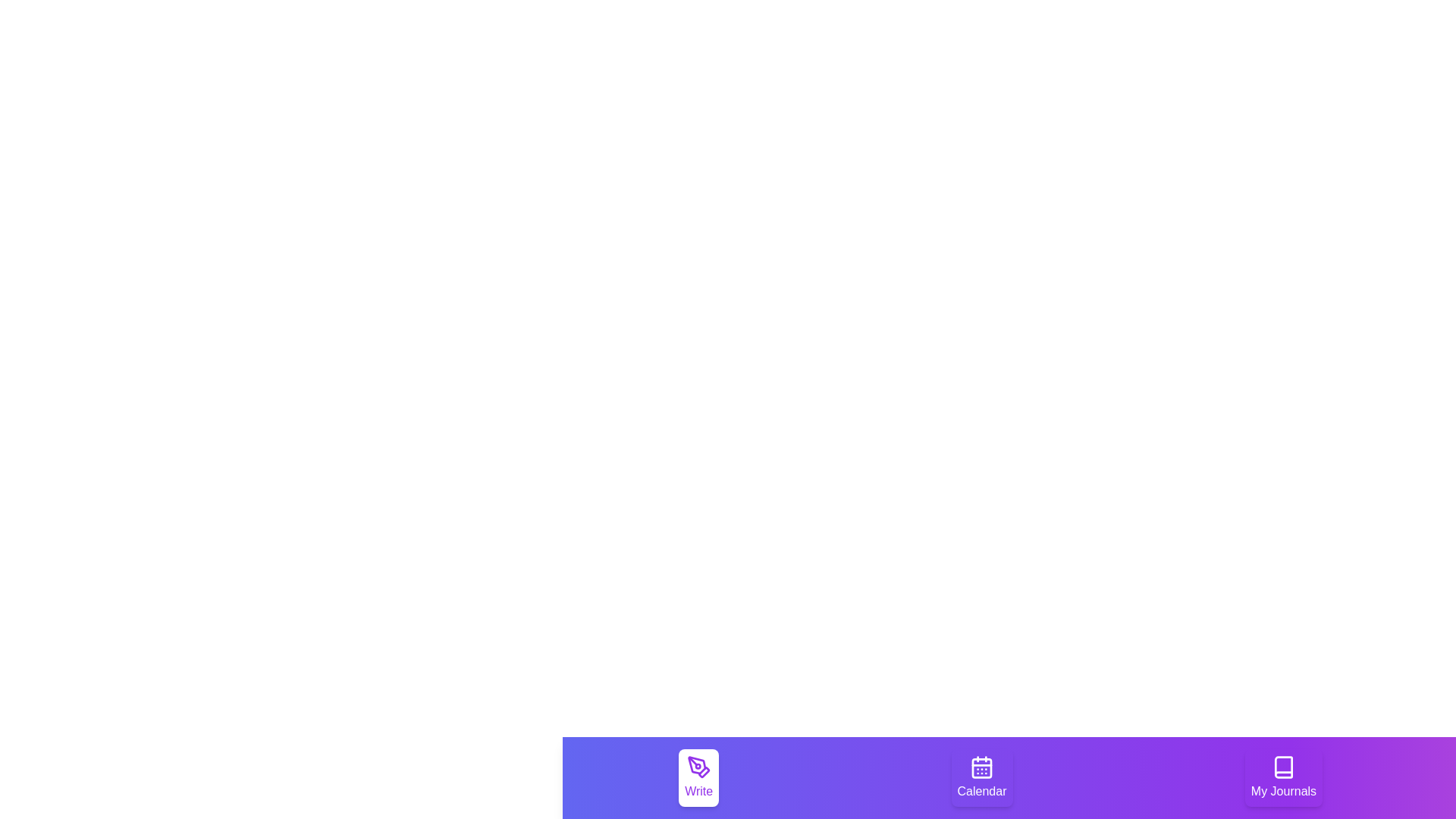  I want to click on the tab labeled My Journals to select it, so click(1283, 778).